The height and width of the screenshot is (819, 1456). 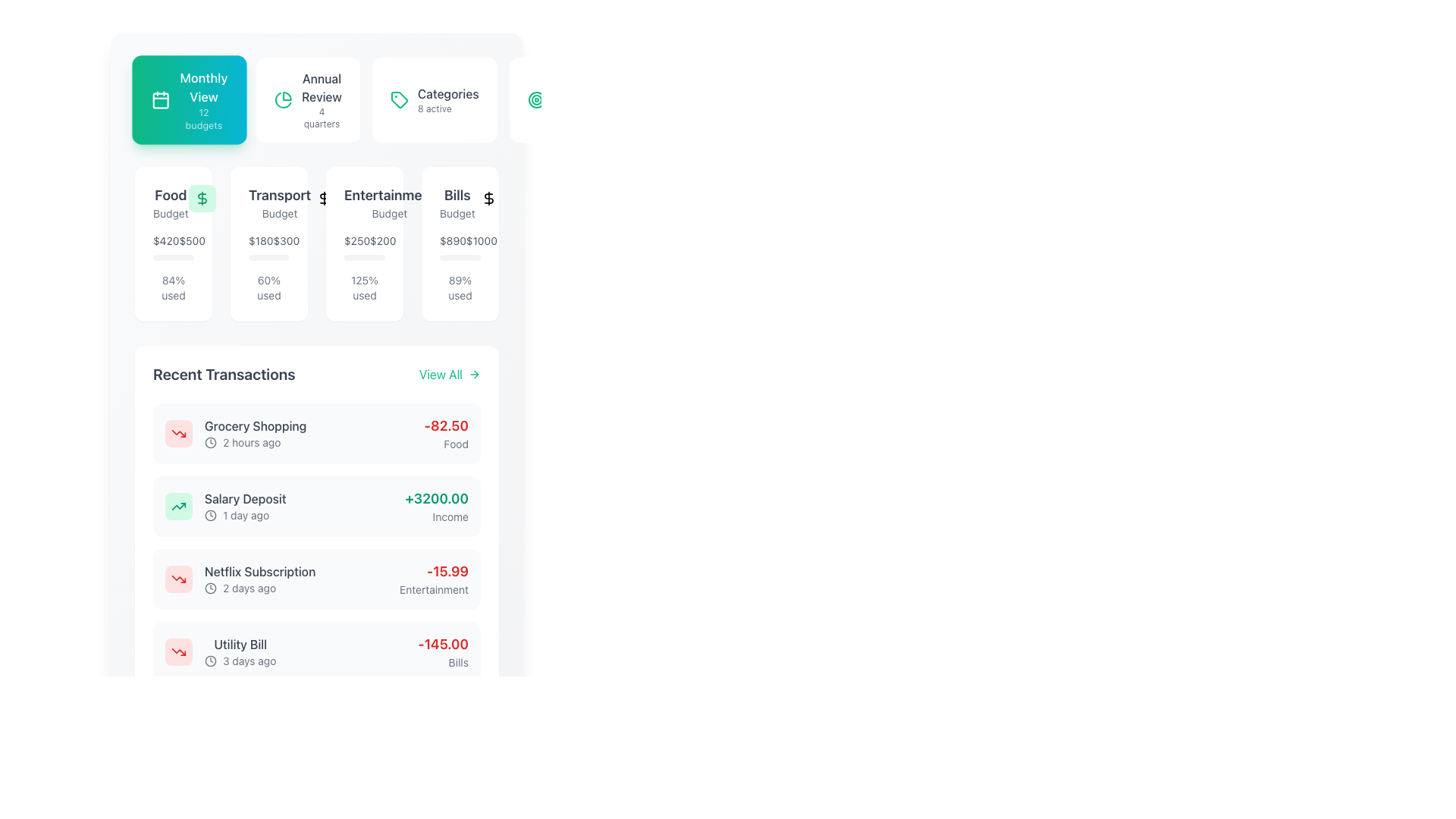 I want to click on the Text component displaying 'Salary Deposit' in the second row under the 'Recent Transactions' section, so click(x=245, y=506).